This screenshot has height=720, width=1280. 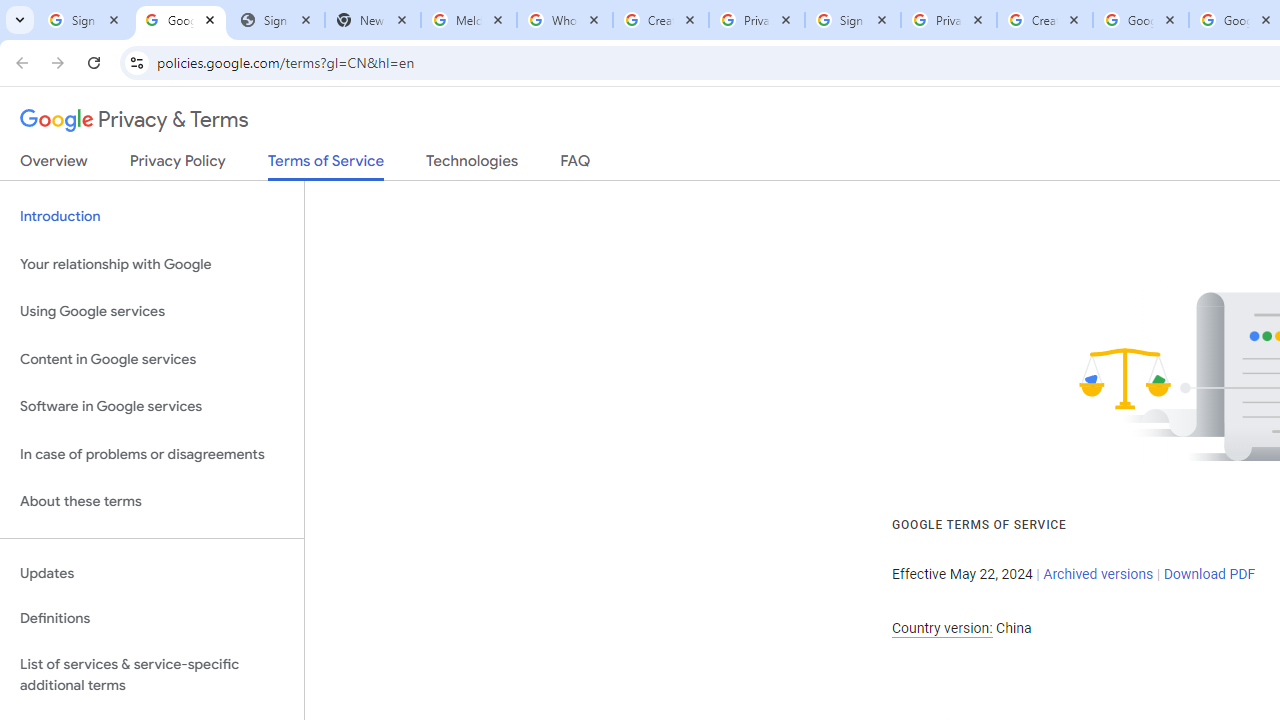 What do you see at coordinates (471, 164) in the screenshot?
I see `'Technologies'` at bounding box center [471, 164].